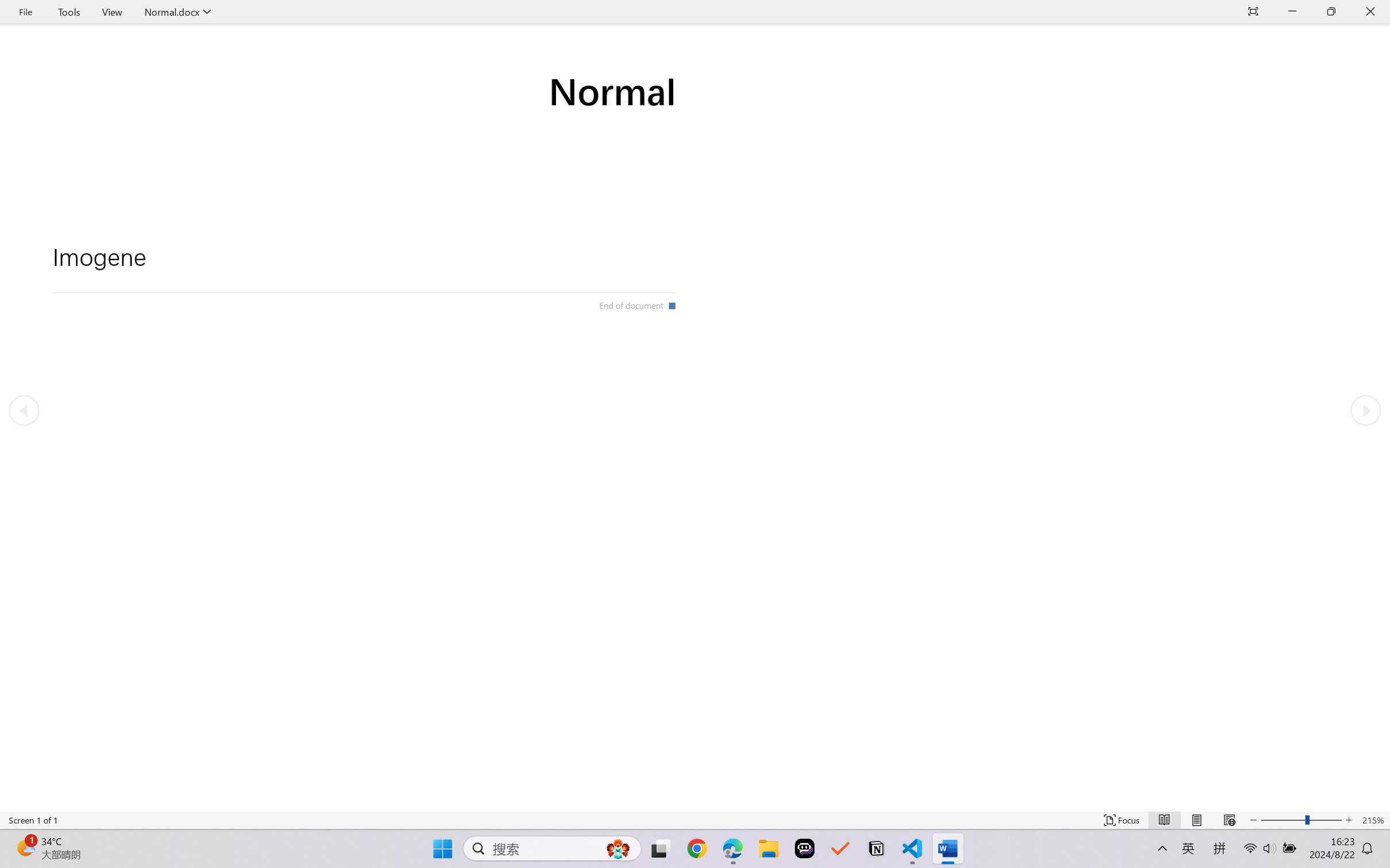 The height and width of the screenshot is (868, 1390). What do you see at coordinates (1253, 820) in the screenshot?
I see `'Decrease Text Size'` at bounding box center [1253, 820].